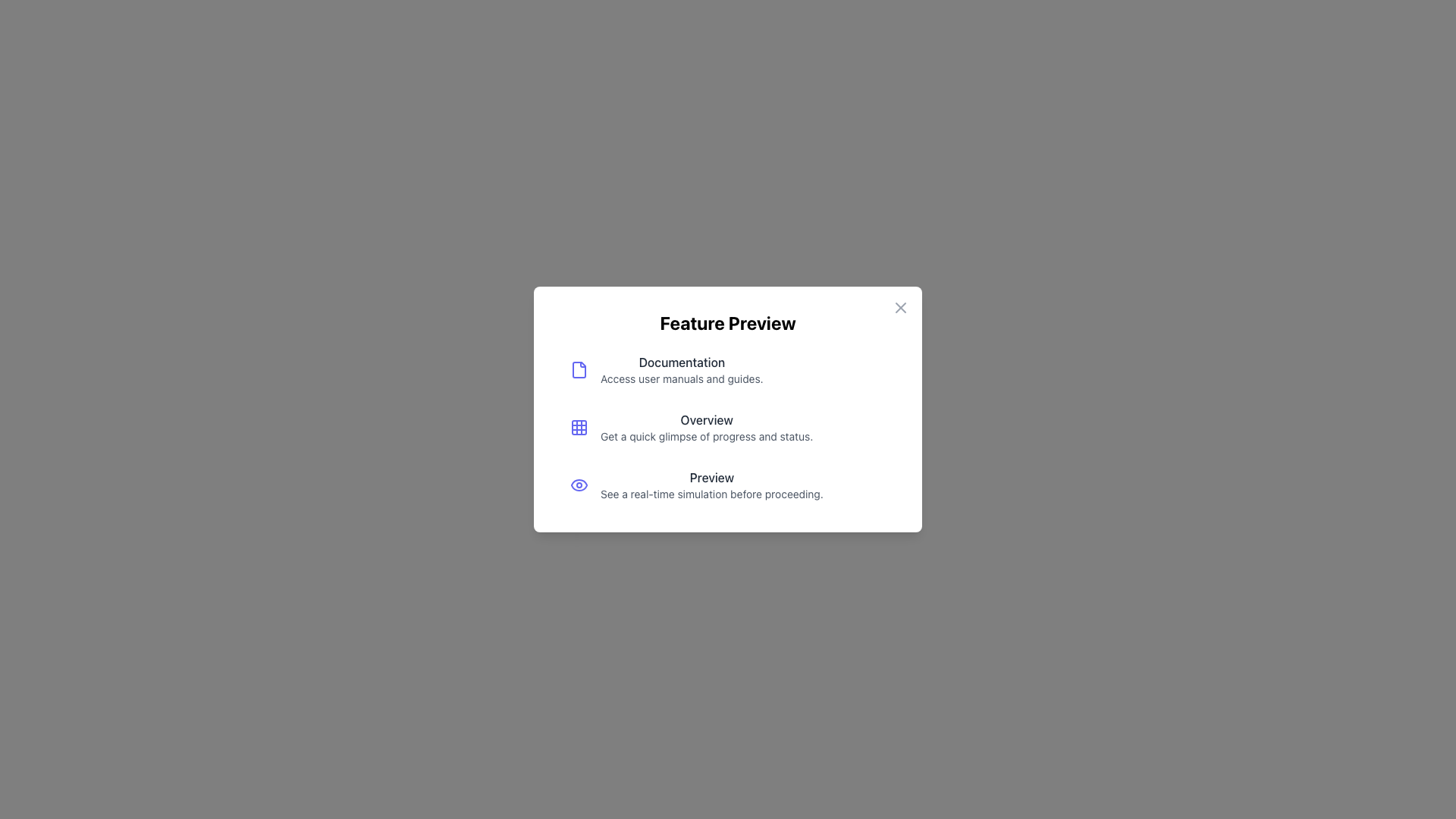  I want to click on the first interactive button in the vertical list, so click(728, 370).